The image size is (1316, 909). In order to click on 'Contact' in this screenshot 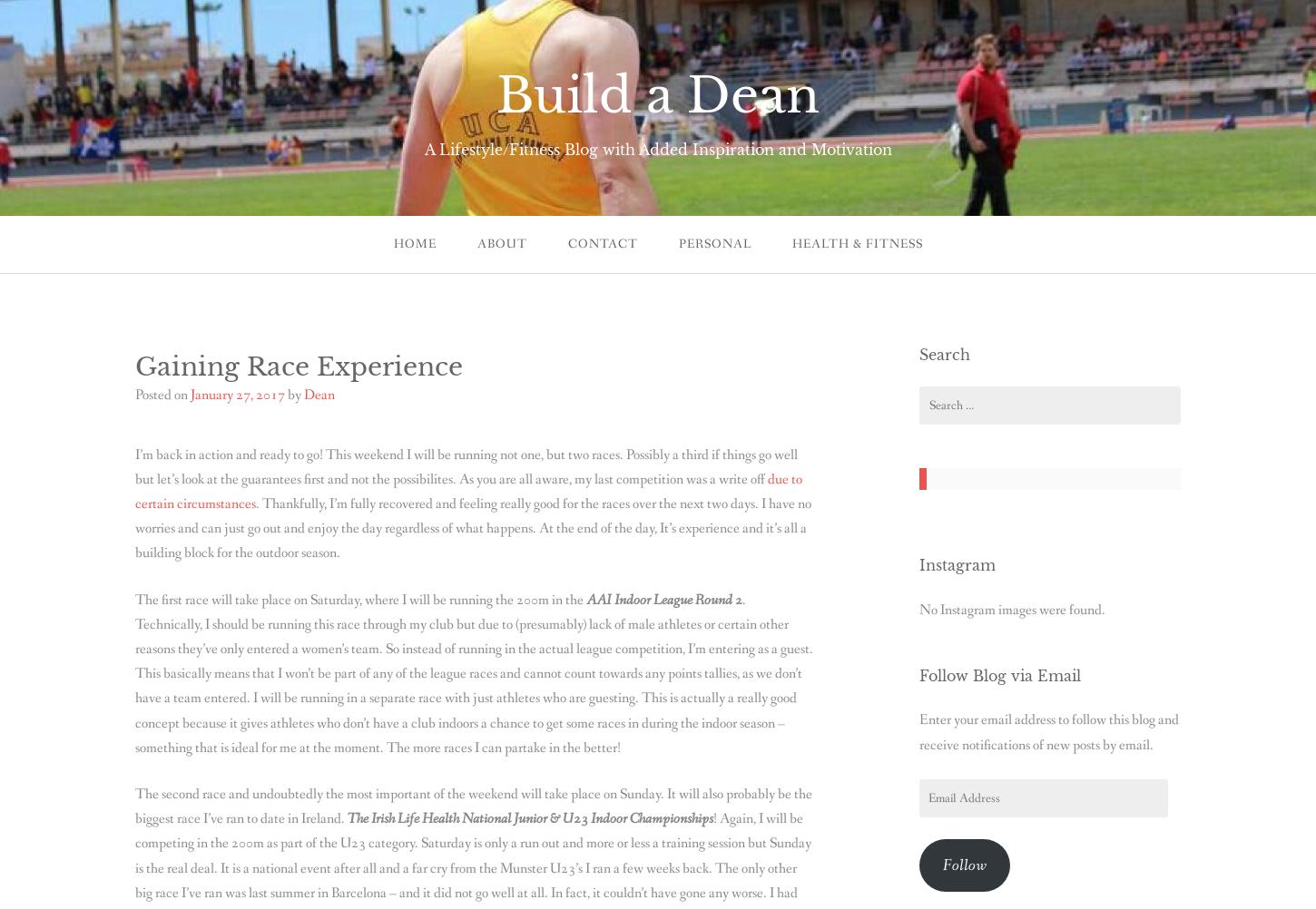, I will do `click(601, 243)`.